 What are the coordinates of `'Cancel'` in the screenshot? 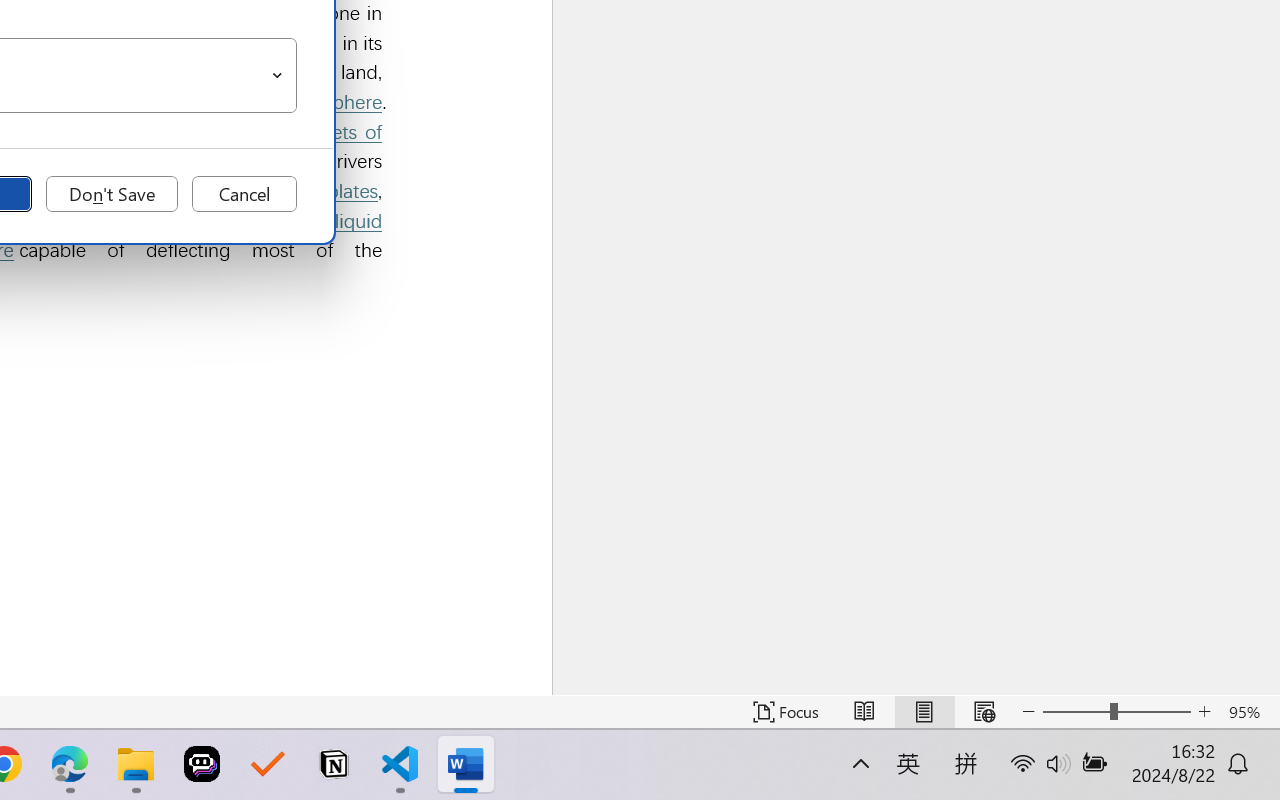 It's located at (243, 193).